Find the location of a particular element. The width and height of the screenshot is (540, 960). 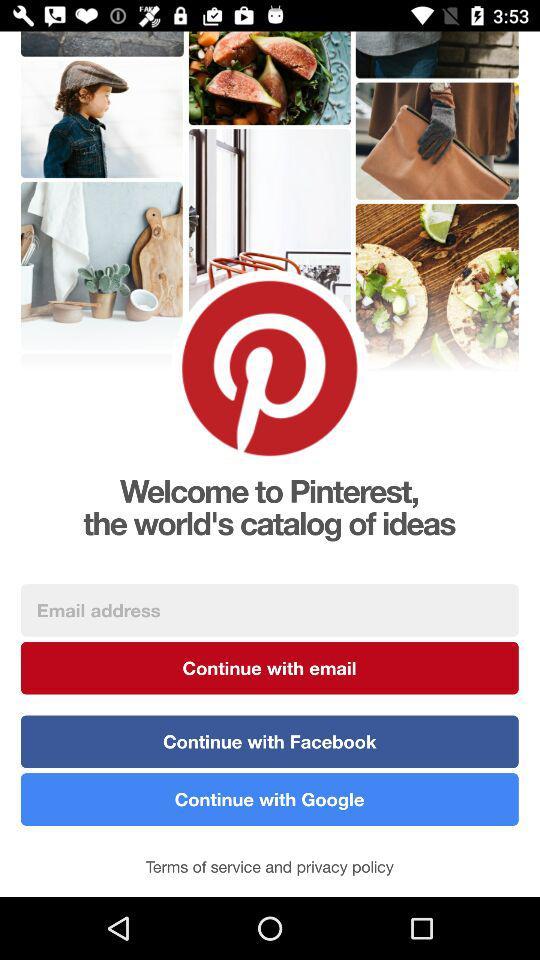

email sign in is located at coordinates (269, 609).